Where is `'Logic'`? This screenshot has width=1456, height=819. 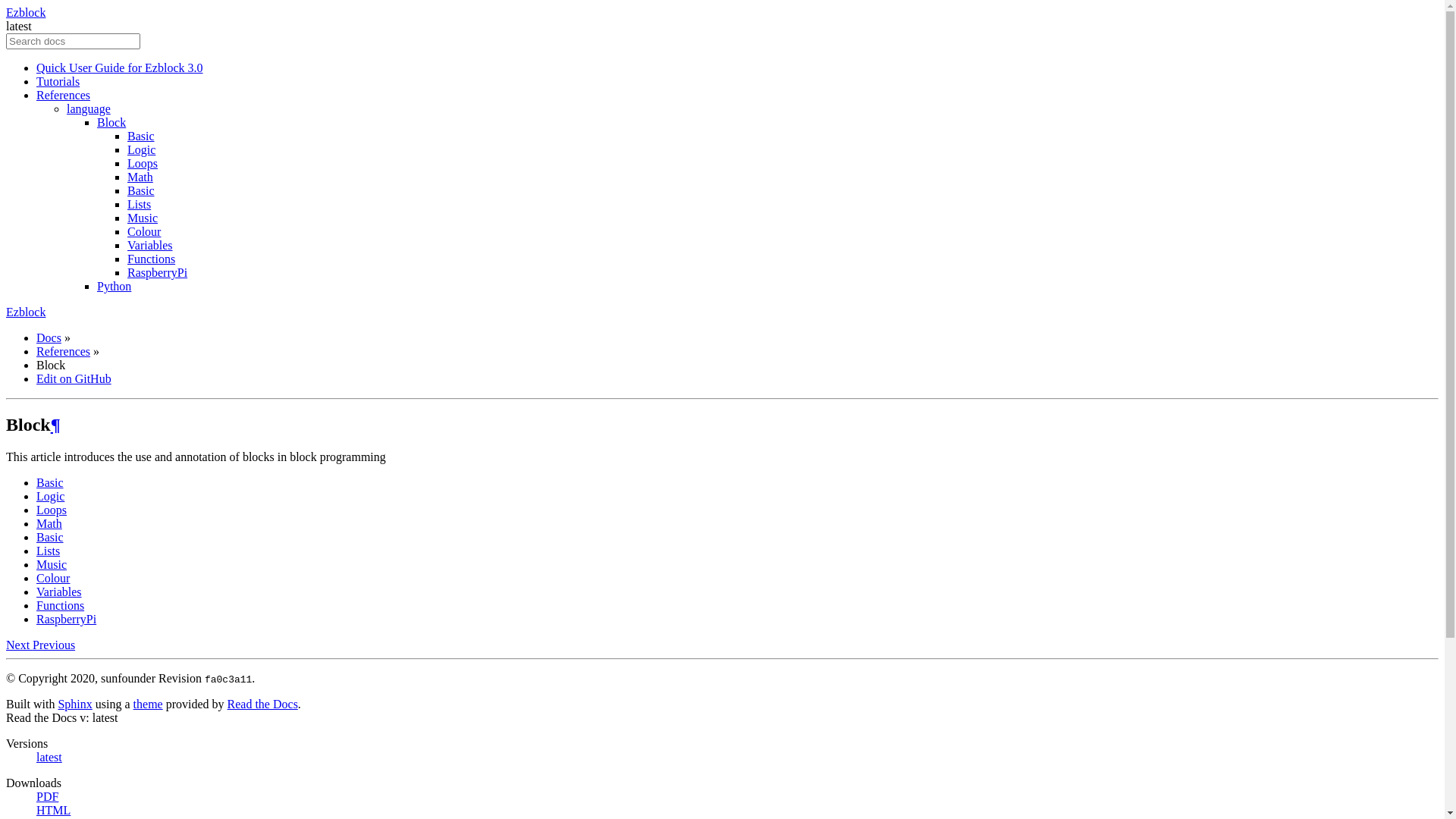
'Logic' is located at coordinates (50, 496).